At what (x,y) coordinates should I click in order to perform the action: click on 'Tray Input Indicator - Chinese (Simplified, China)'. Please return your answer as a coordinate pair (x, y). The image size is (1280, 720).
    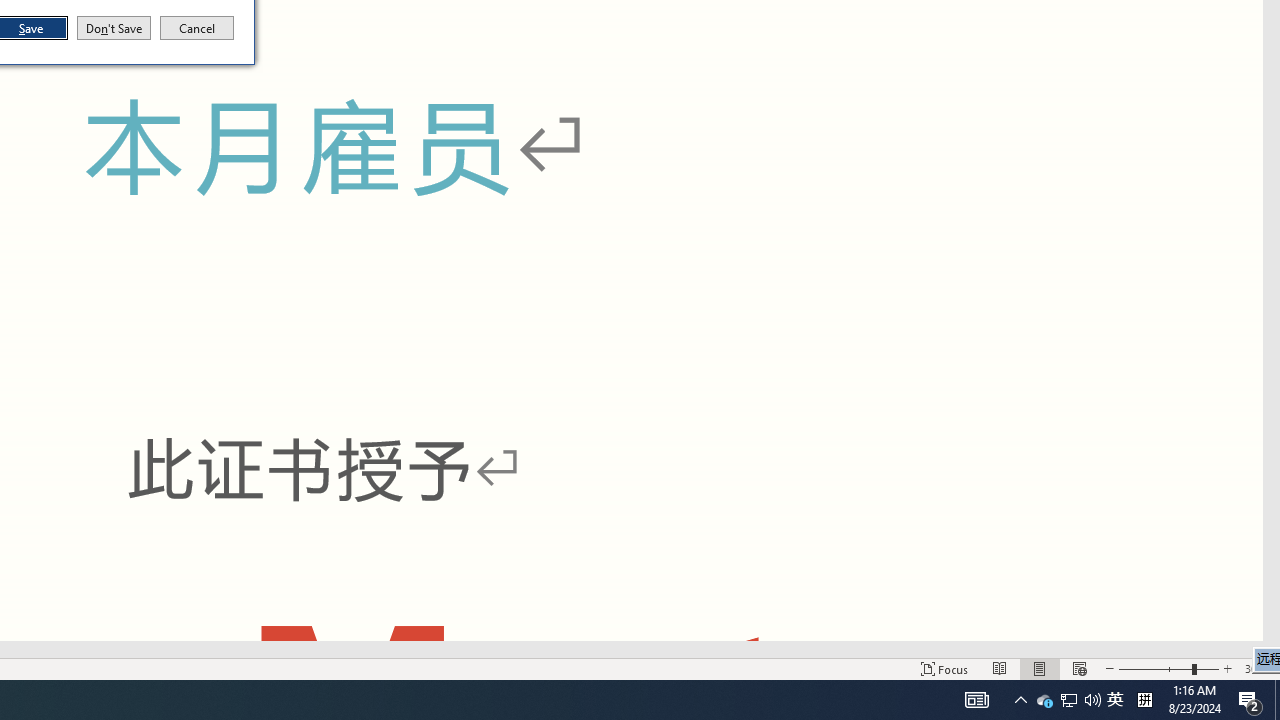
    Looking at the image, I should click on (1114, 698).